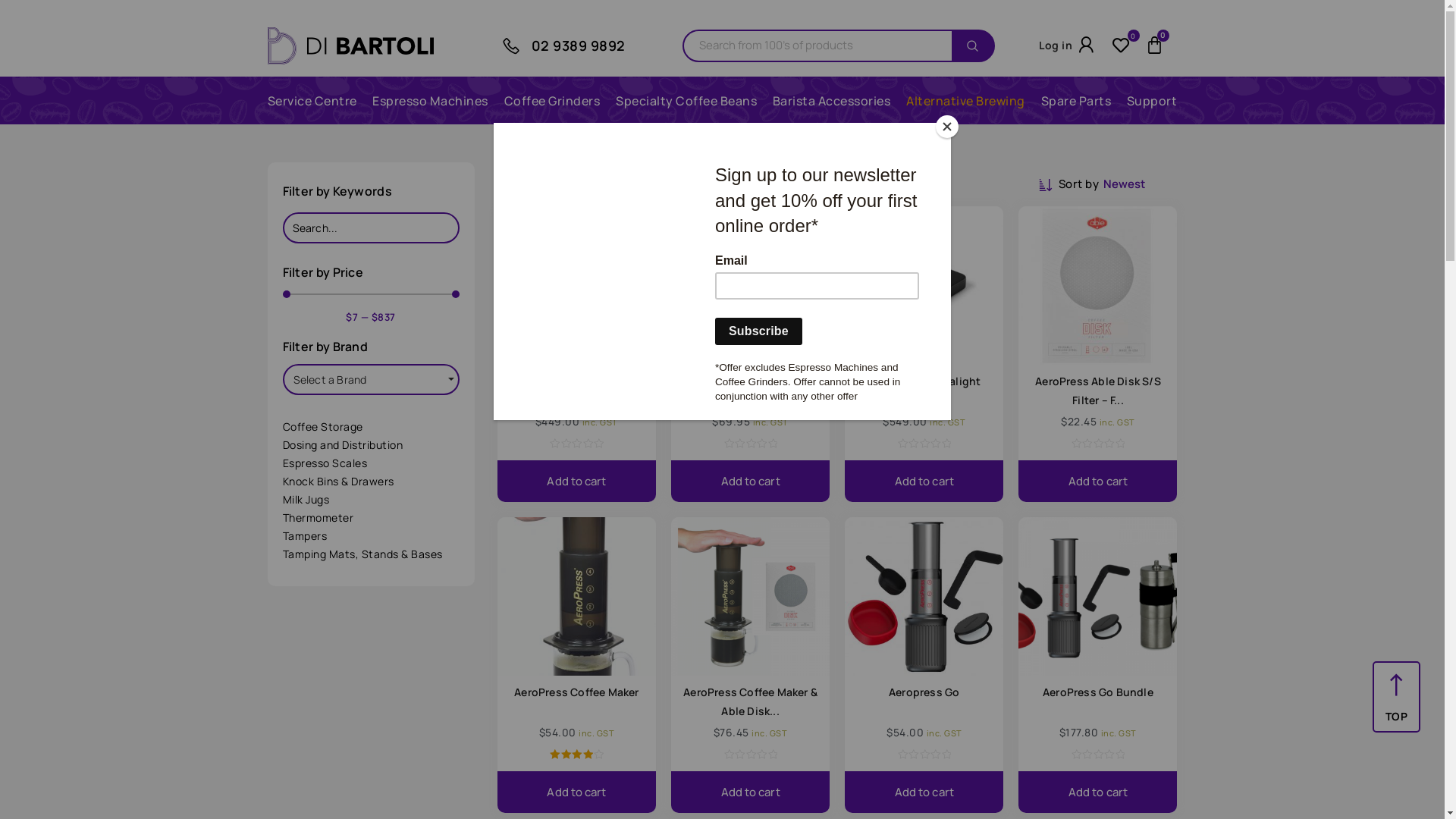 Image resolution: width=1456 pixels, height=819 pixels. Describe the element at coordinates (1152, 100) in the screenshot. I see `'Support'` at that location.